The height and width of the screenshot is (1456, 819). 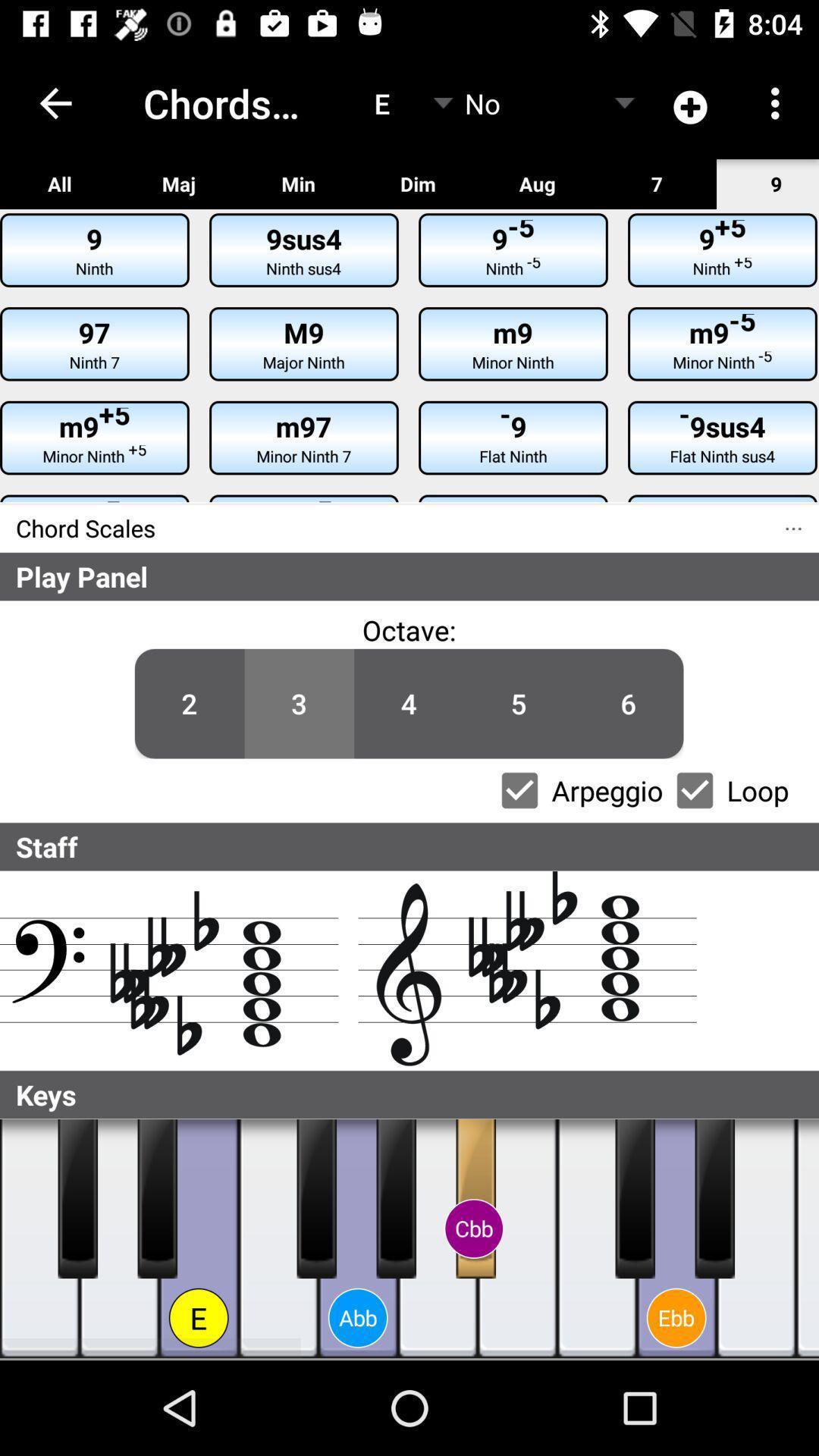 I want to click on the app next to the chords dictionary app, so click(x=55, y=102).